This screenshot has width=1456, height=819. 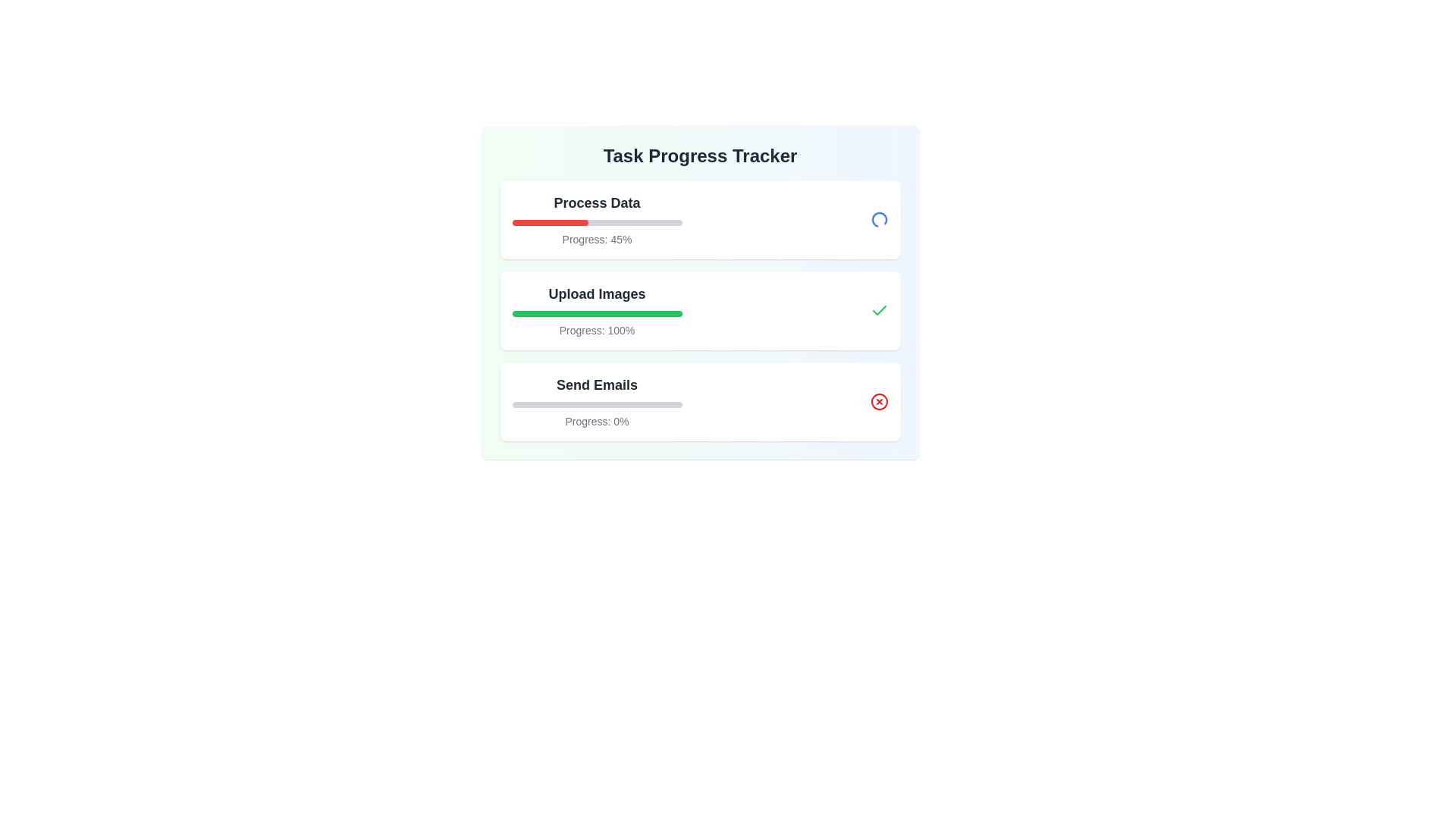 I want to click on displayed progress information from the text label located below the progress bar, which indicates the completion percentage of the task, so click(x=596, y=239).